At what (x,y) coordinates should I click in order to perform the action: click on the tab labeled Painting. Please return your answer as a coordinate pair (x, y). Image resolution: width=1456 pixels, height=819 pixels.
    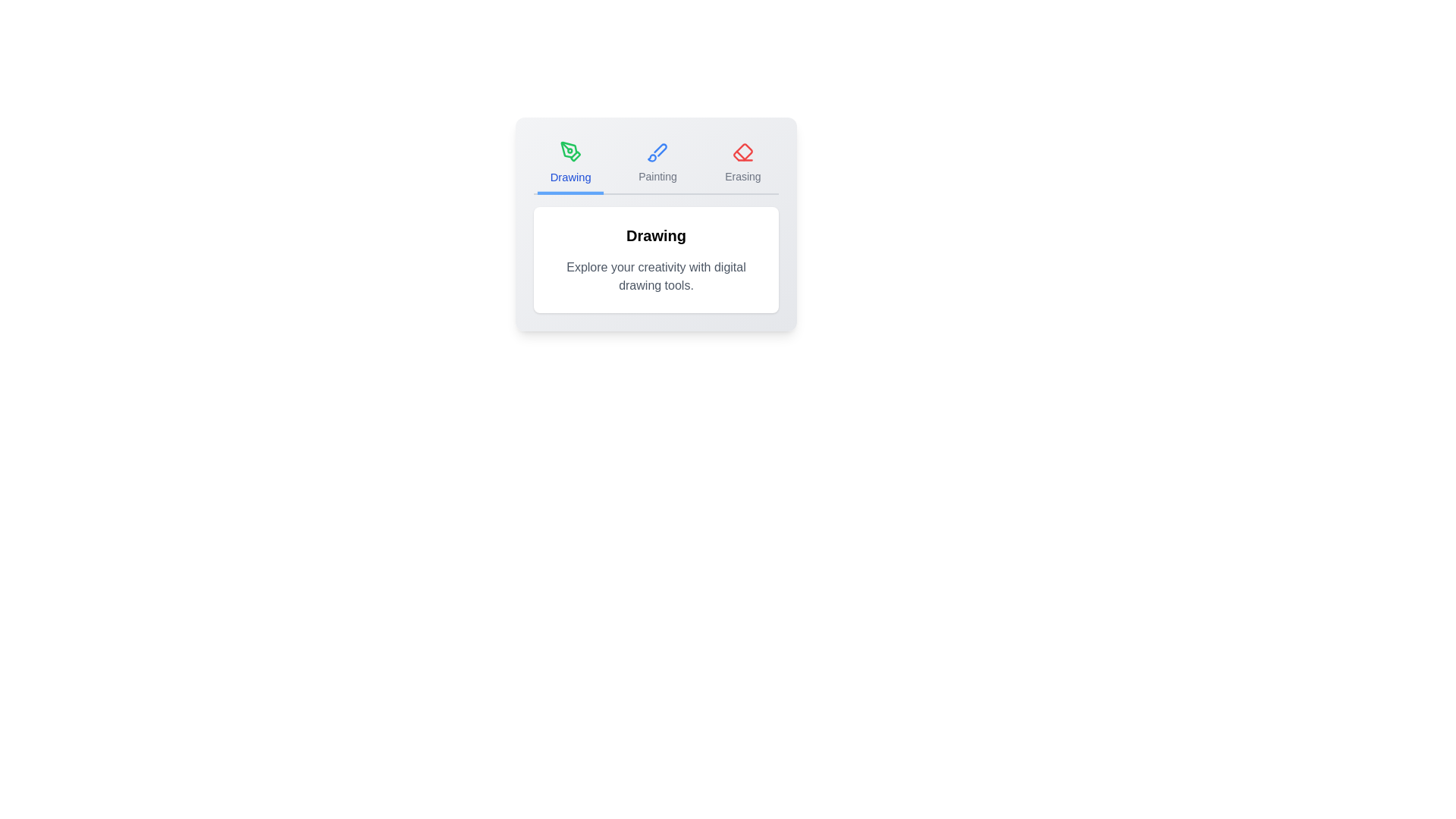
    Looking at the image, I should click on (657, 164).